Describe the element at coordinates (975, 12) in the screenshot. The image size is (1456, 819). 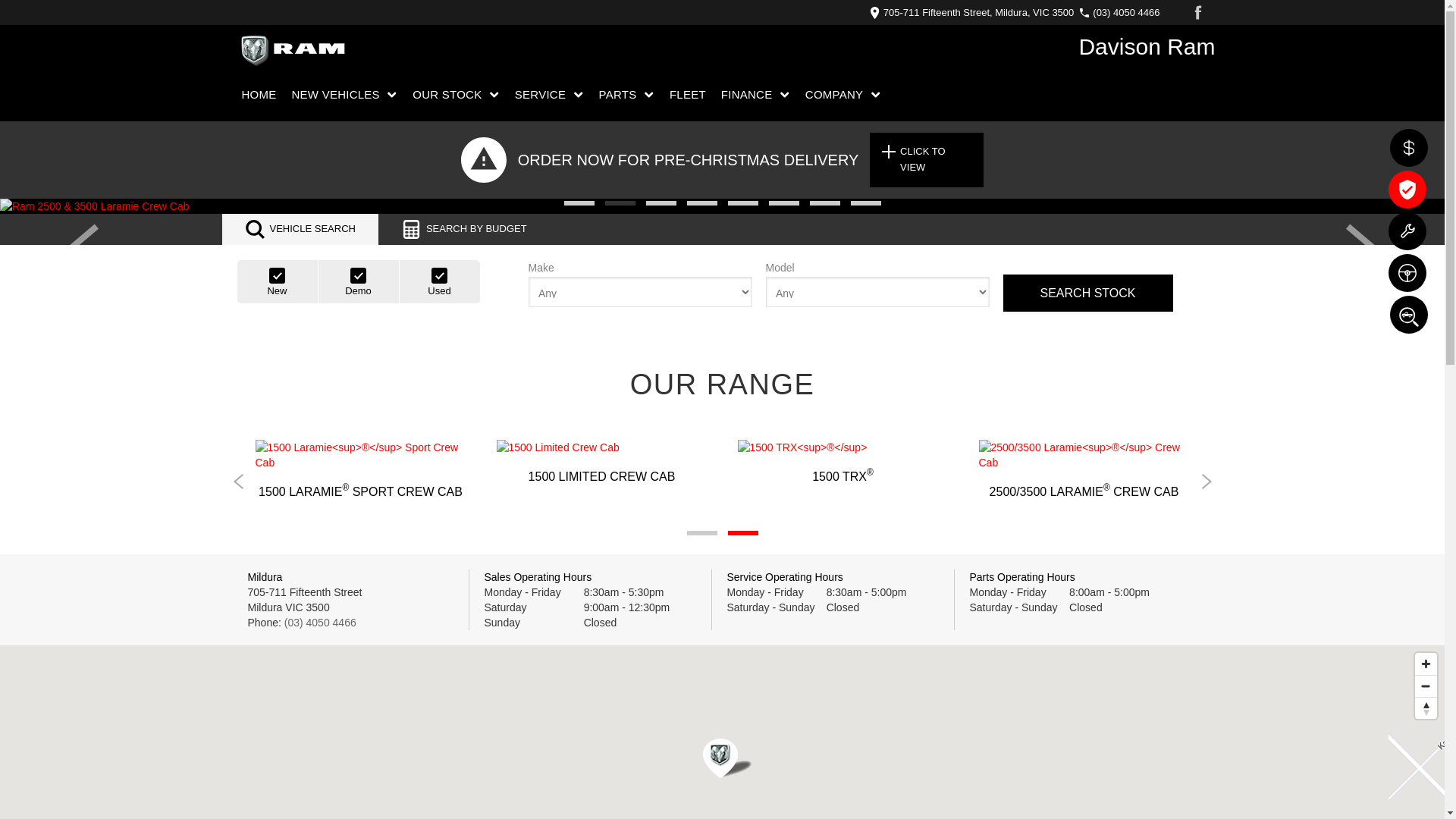
I see `'705-711 Fifteenth Street, Mildura, VIC 3500'` at that location.